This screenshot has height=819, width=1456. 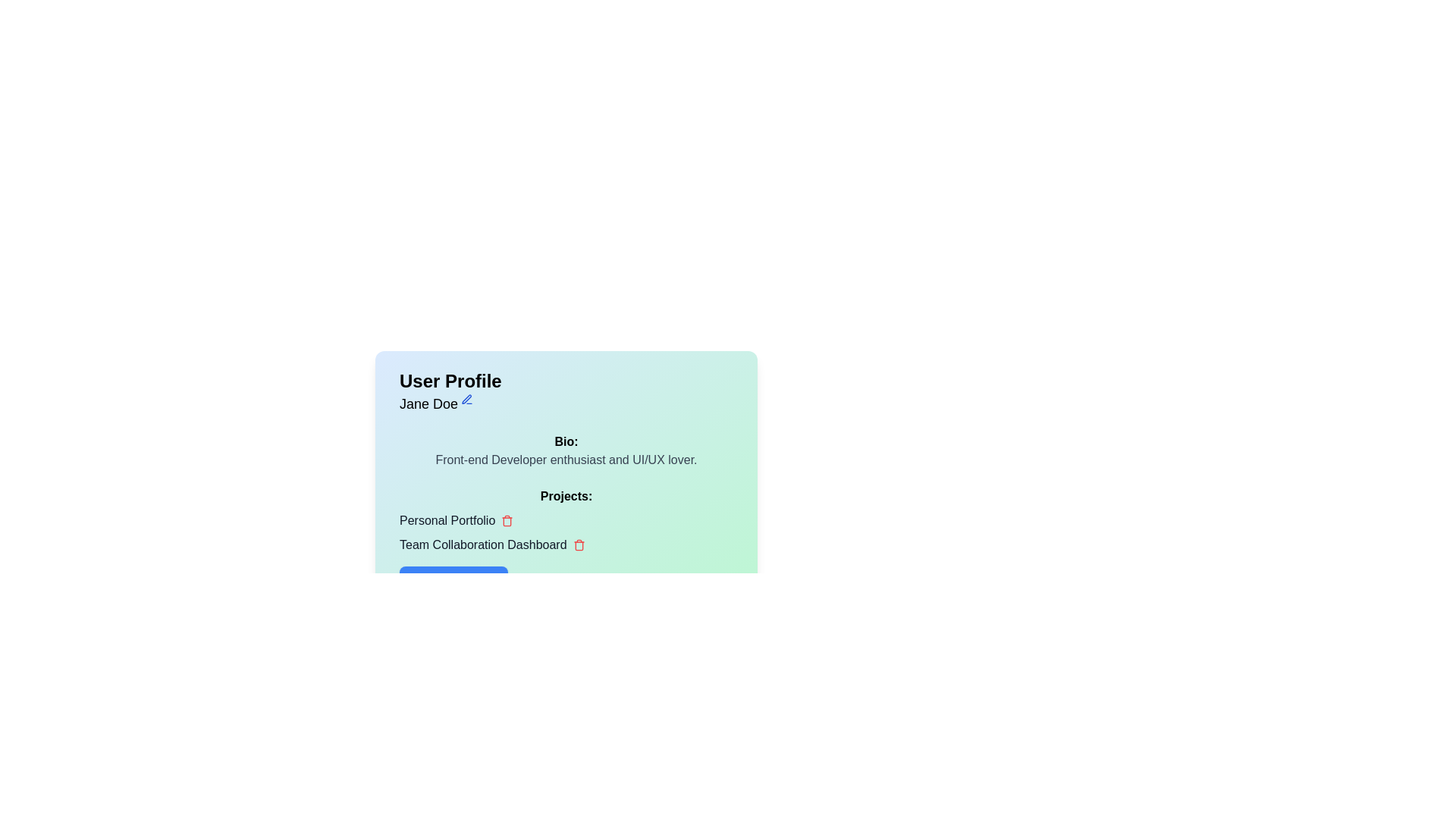 What do you see at coordinates (578, 544) in the screenshot?
I see `the trash bin icon button, which is red and indicates a delete action, located to the right of the text 'Team Collaboration Dashboard'` at bounding box center [578, 544].